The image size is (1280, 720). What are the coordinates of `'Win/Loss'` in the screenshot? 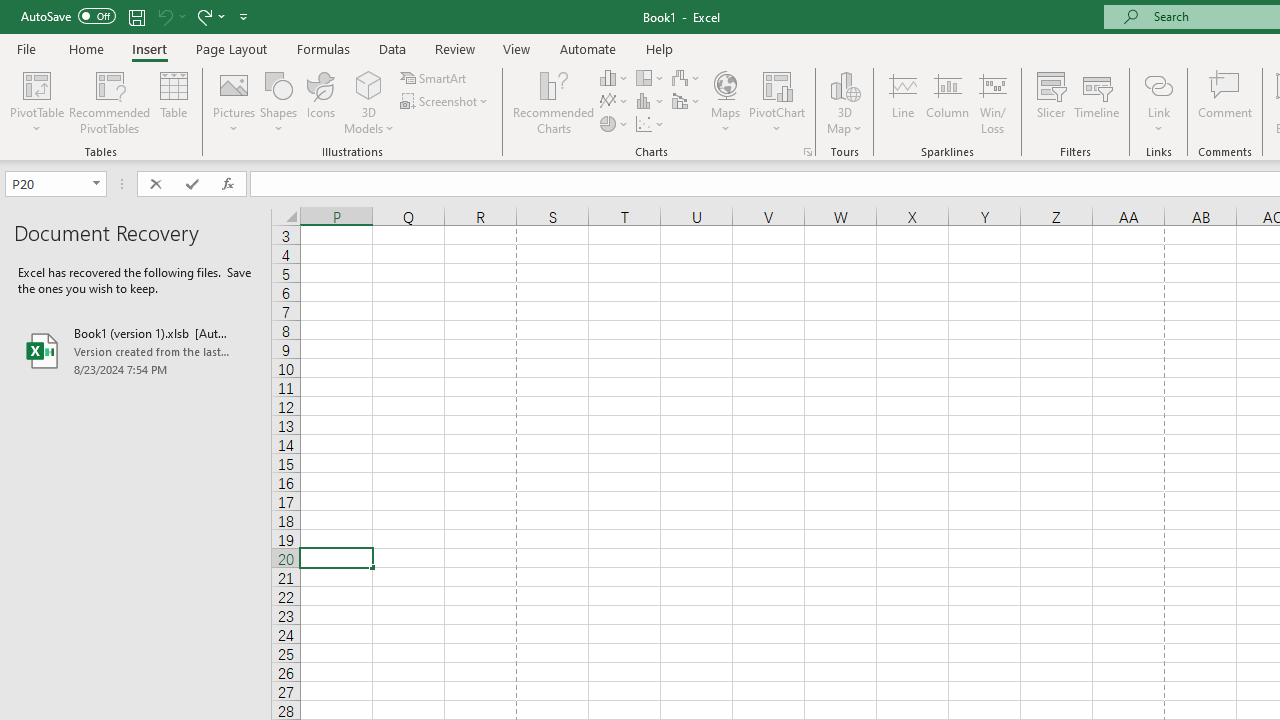 It's located at (992, 103).